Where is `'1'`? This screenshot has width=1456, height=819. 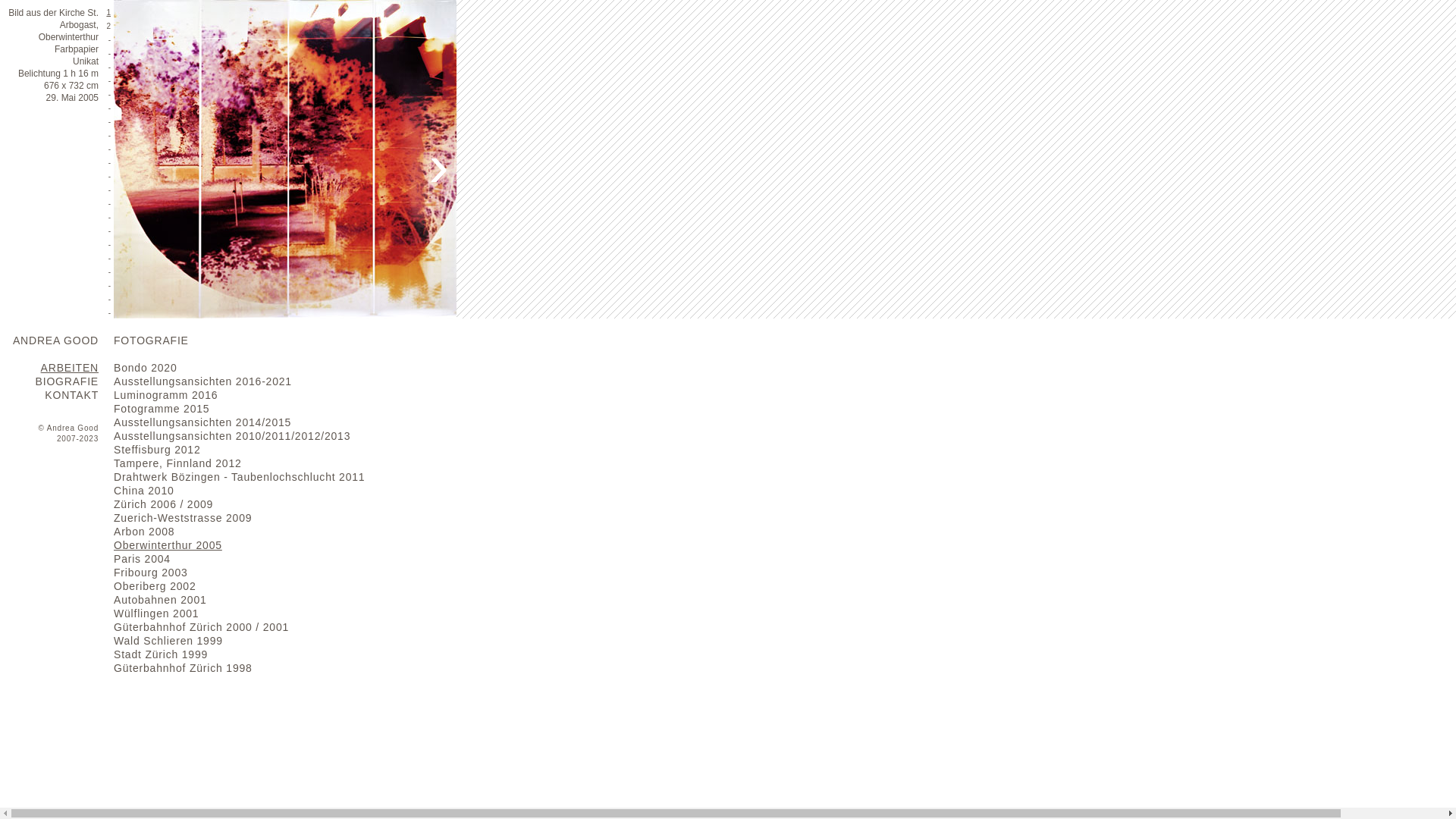 '1' is located at coordinates (108, 12).